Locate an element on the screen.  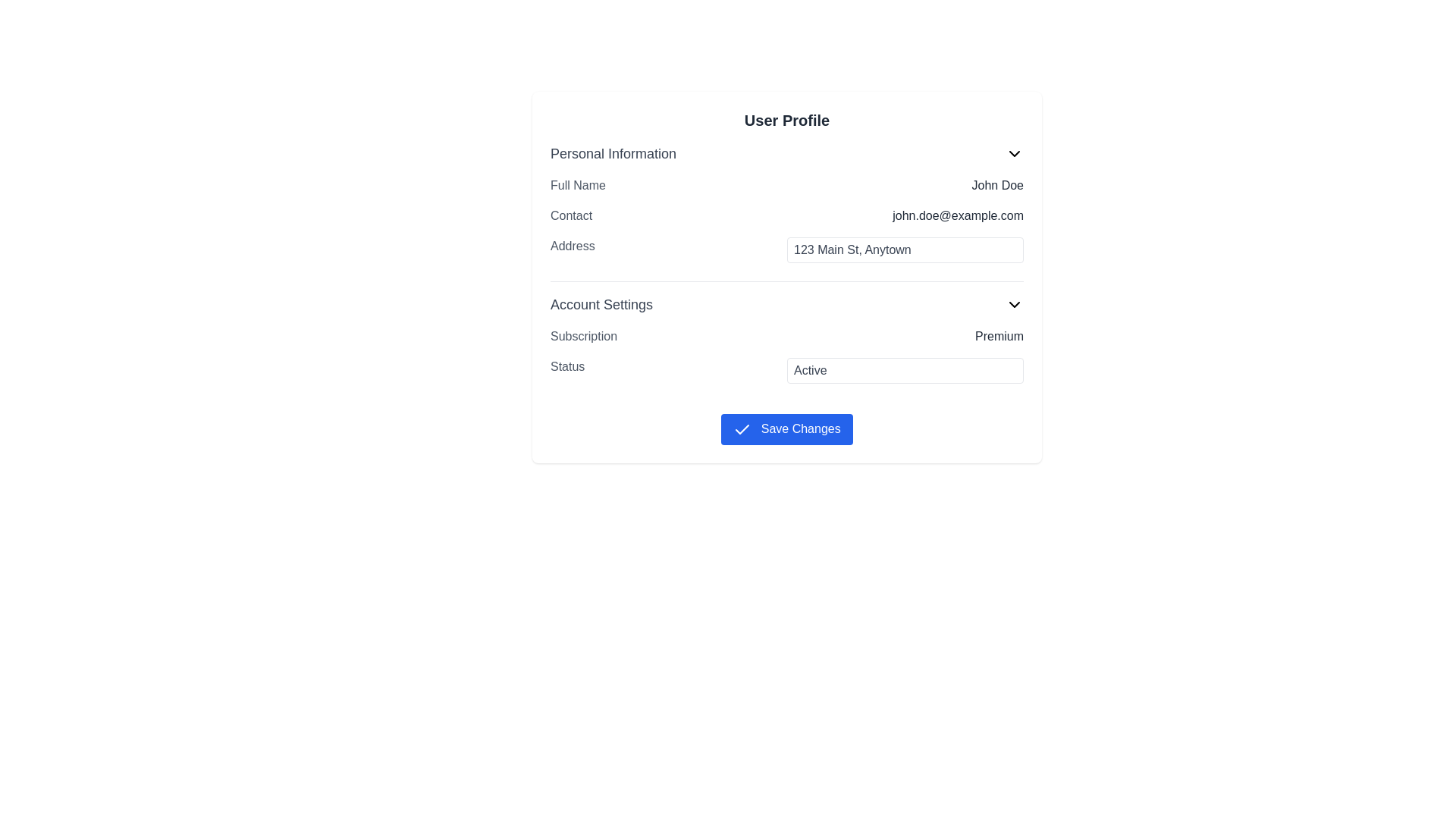
the address text input field to focus it, which is located within the 'Personal Information' section of the user profile, aligned to the right of the label 'Address' is located at coordinates (905, 249).